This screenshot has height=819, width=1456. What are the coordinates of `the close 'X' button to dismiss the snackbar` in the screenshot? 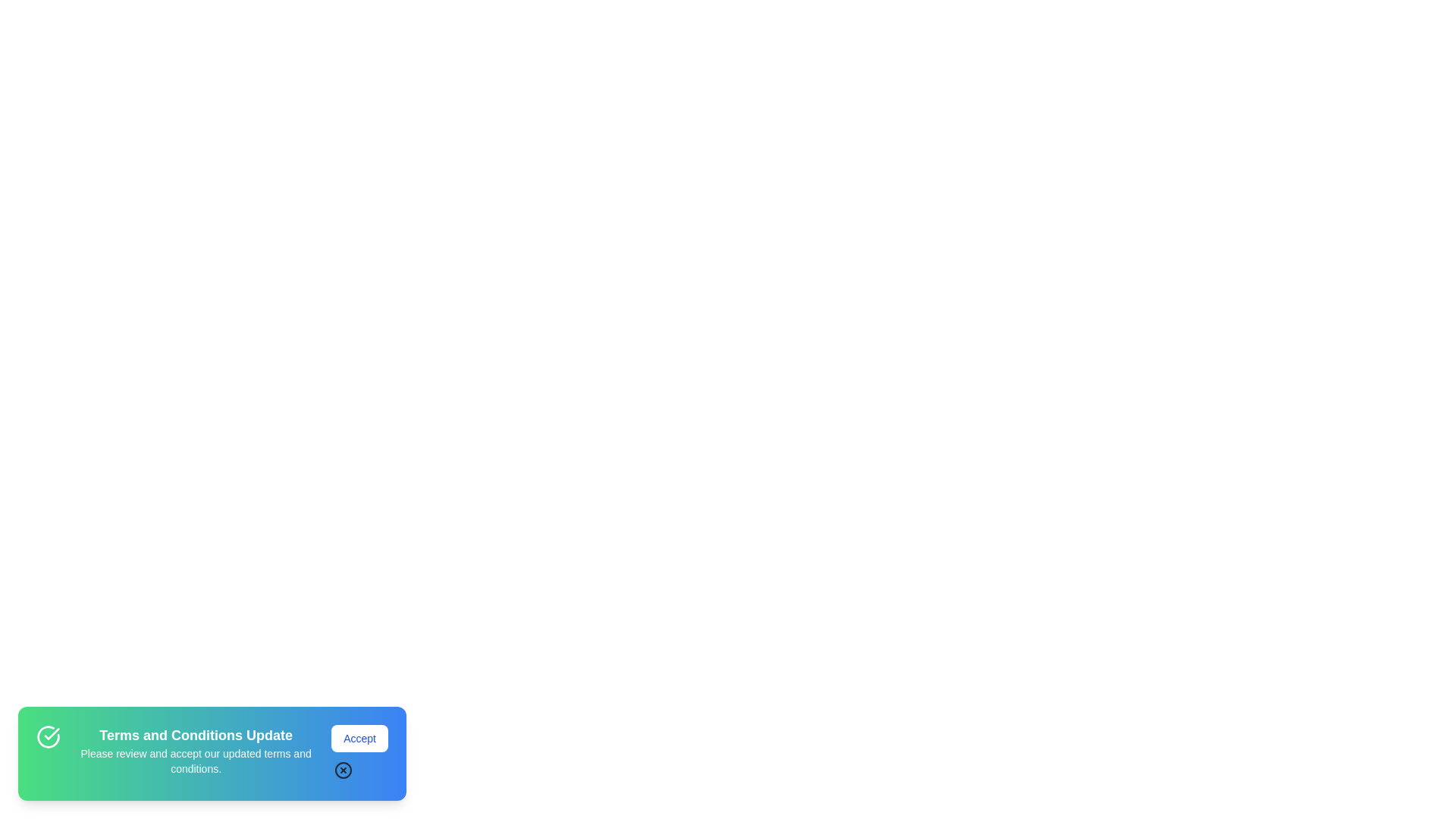 It's located at (359, 770).